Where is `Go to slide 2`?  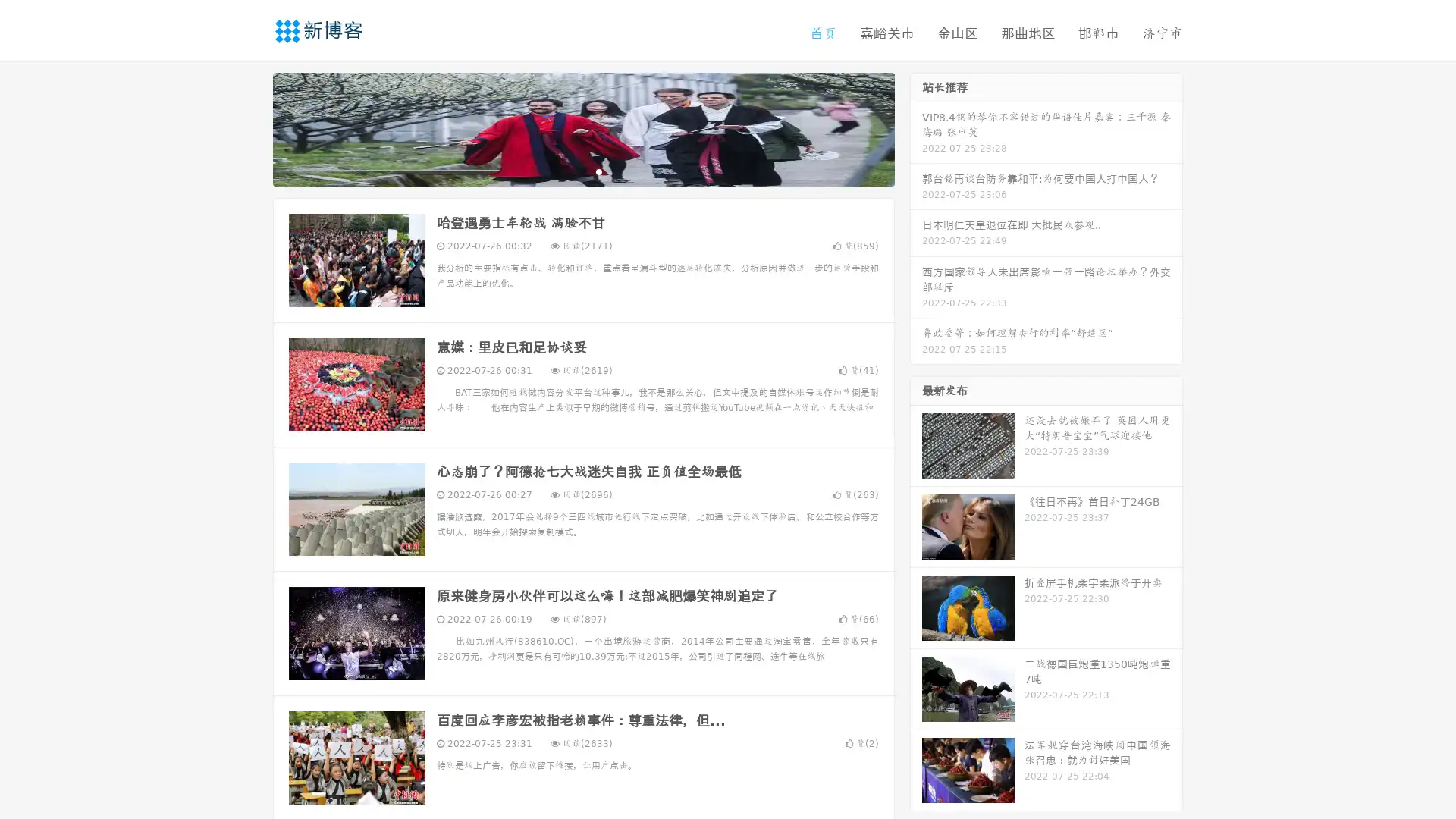 Go to slide 2 is located at coordinates (582, 171).